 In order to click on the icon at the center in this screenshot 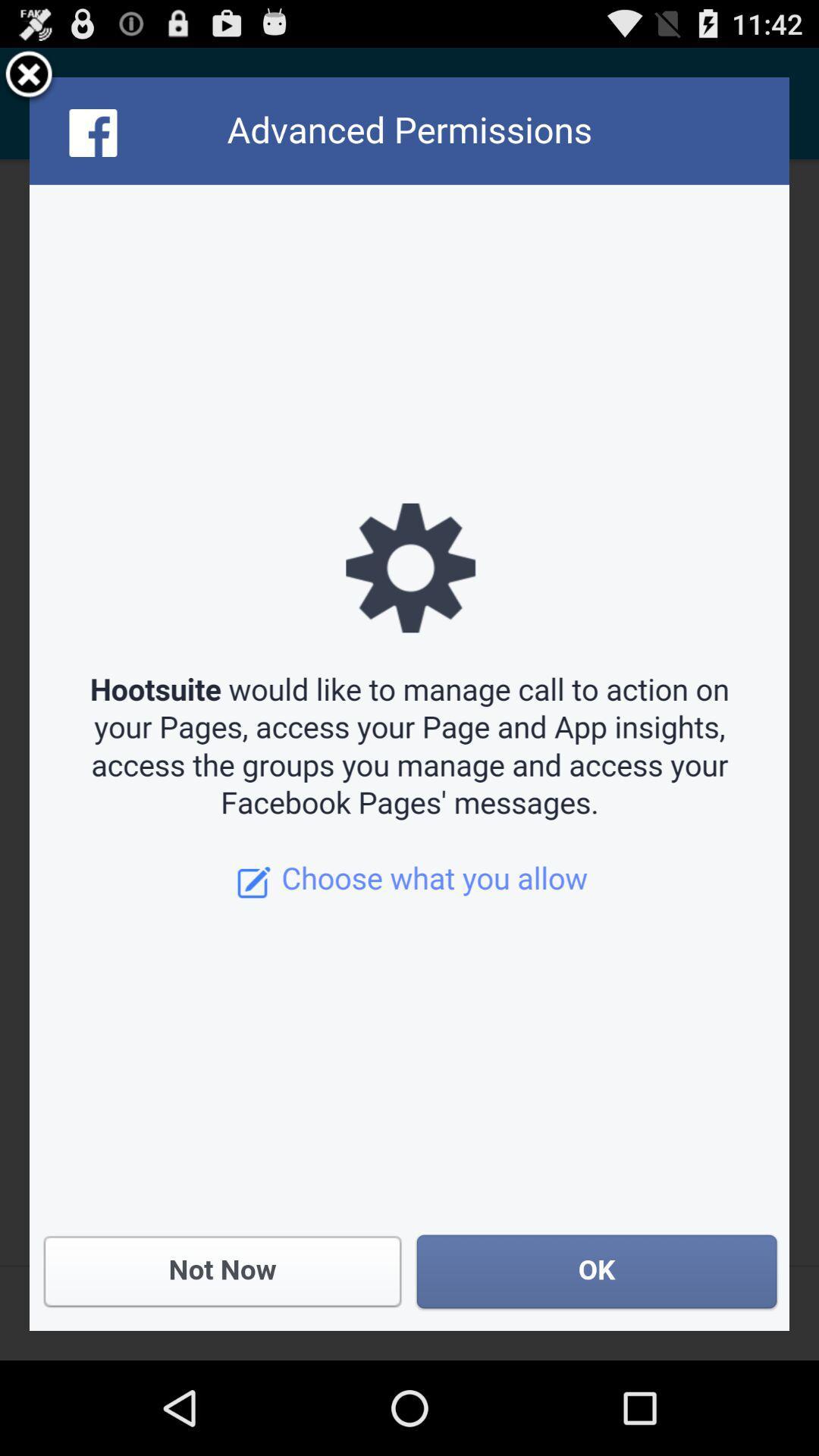, I will do `click(409, 703)`.